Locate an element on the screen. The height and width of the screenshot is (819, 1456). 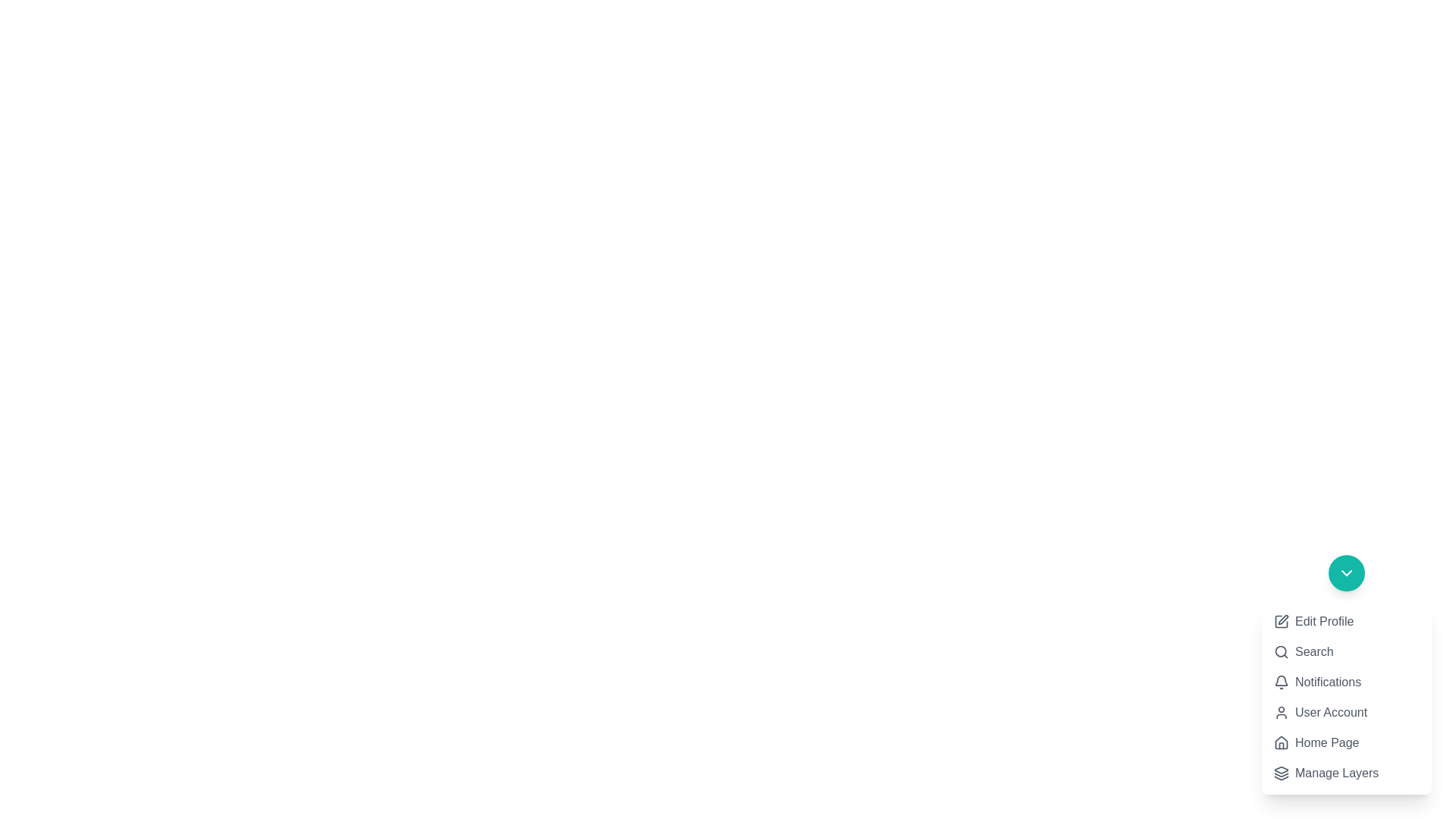
the 'Manage Layers' label in the vertical menu is located at coordinates (1337, 773).